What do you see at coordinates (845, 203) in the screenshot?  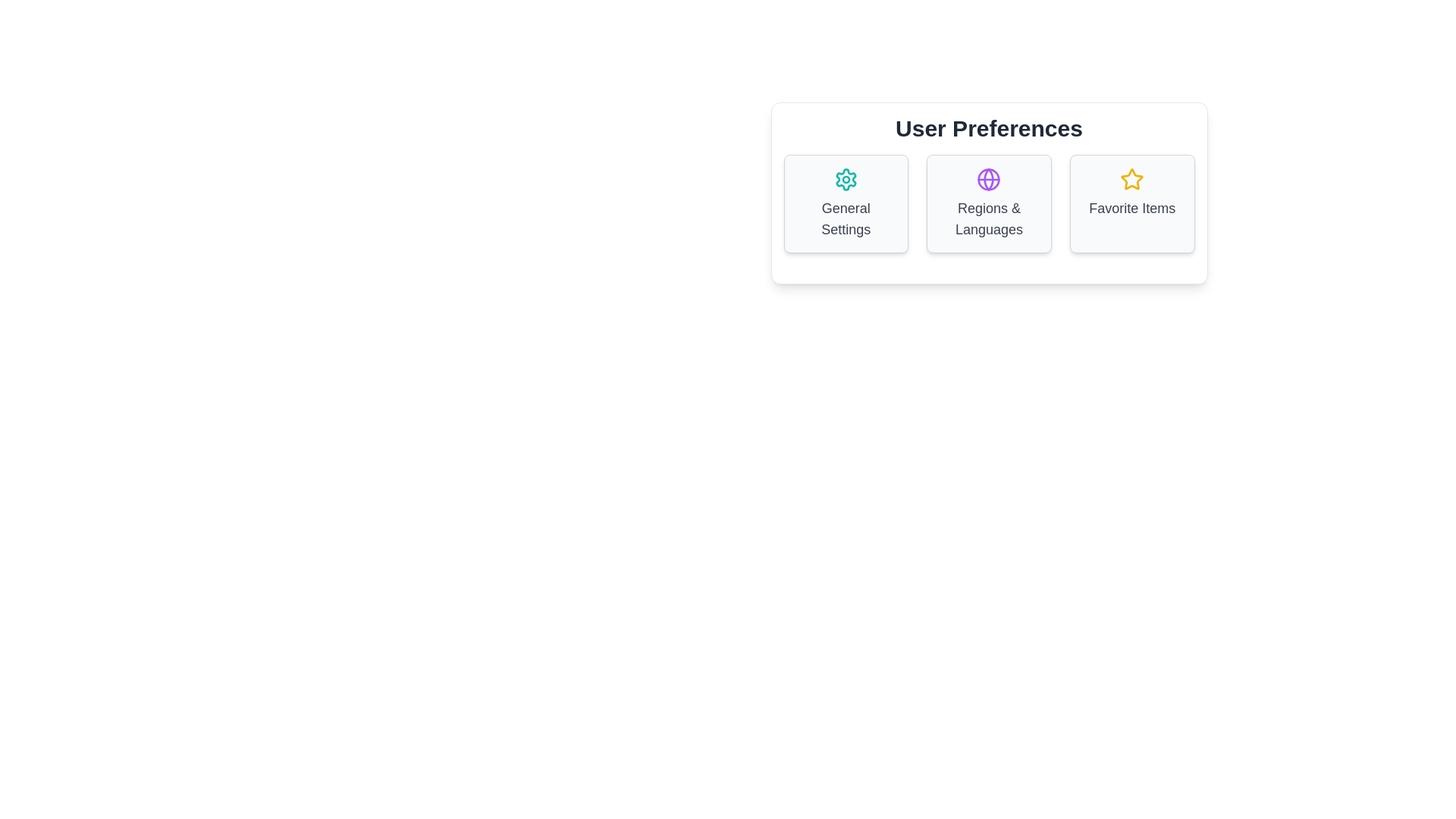 I see `the 'General Settings' button` at bounding box center [845, 203].